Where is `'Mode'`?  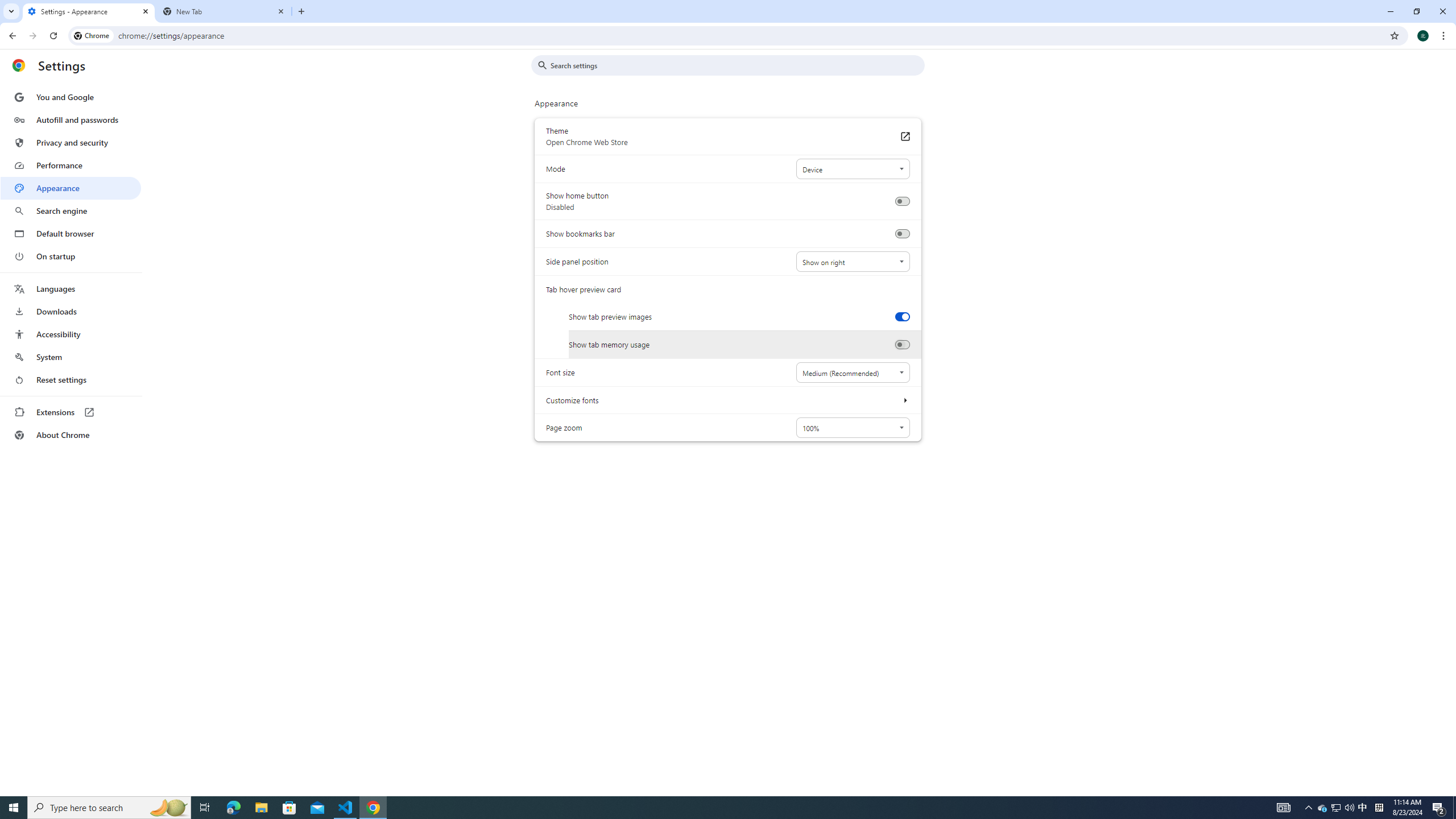 'Mode' is located at coordinates (851, 168).